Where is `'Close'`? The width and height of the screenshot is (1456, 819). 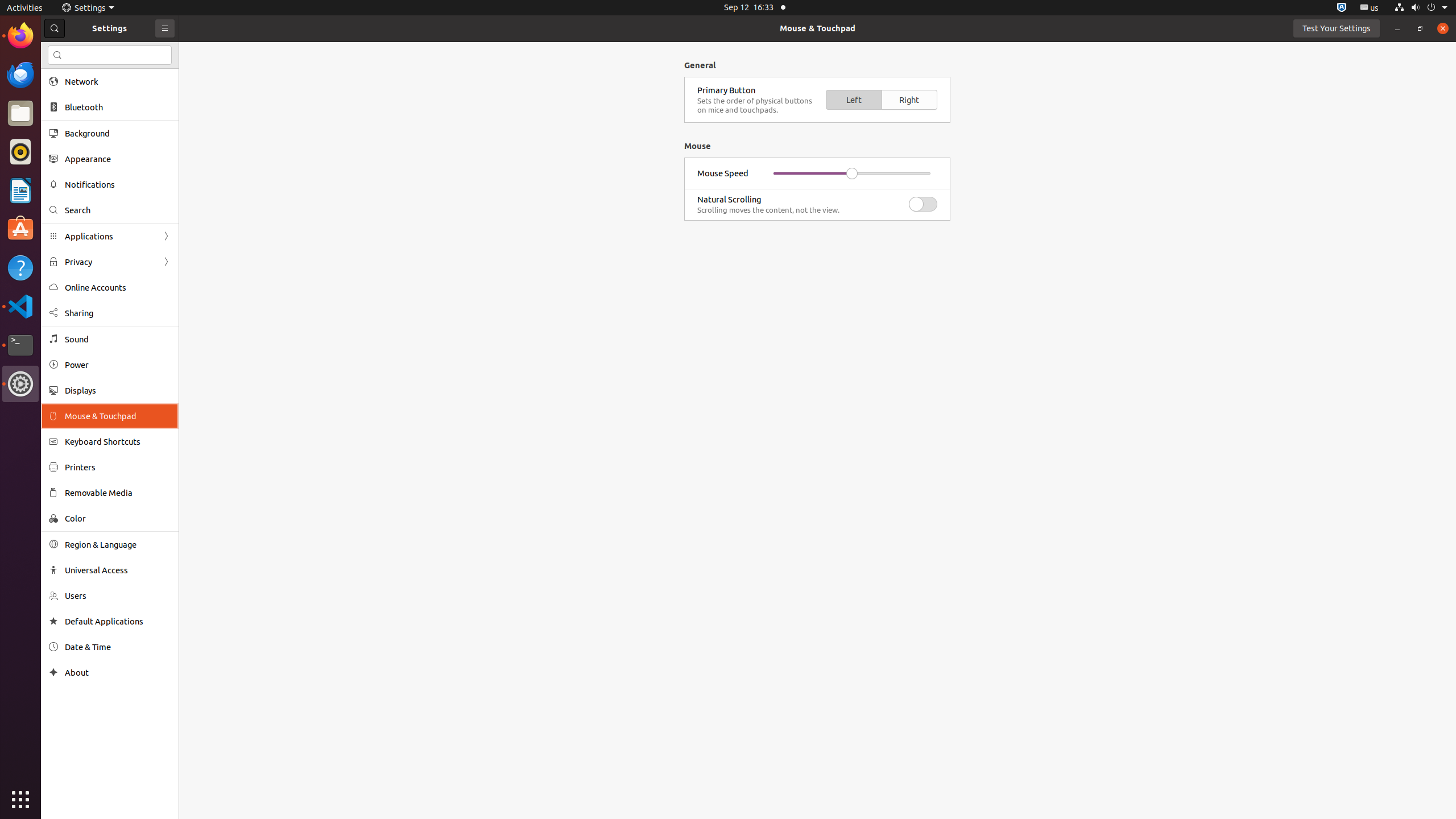 'Close' is located at coordinates (1442, 28).